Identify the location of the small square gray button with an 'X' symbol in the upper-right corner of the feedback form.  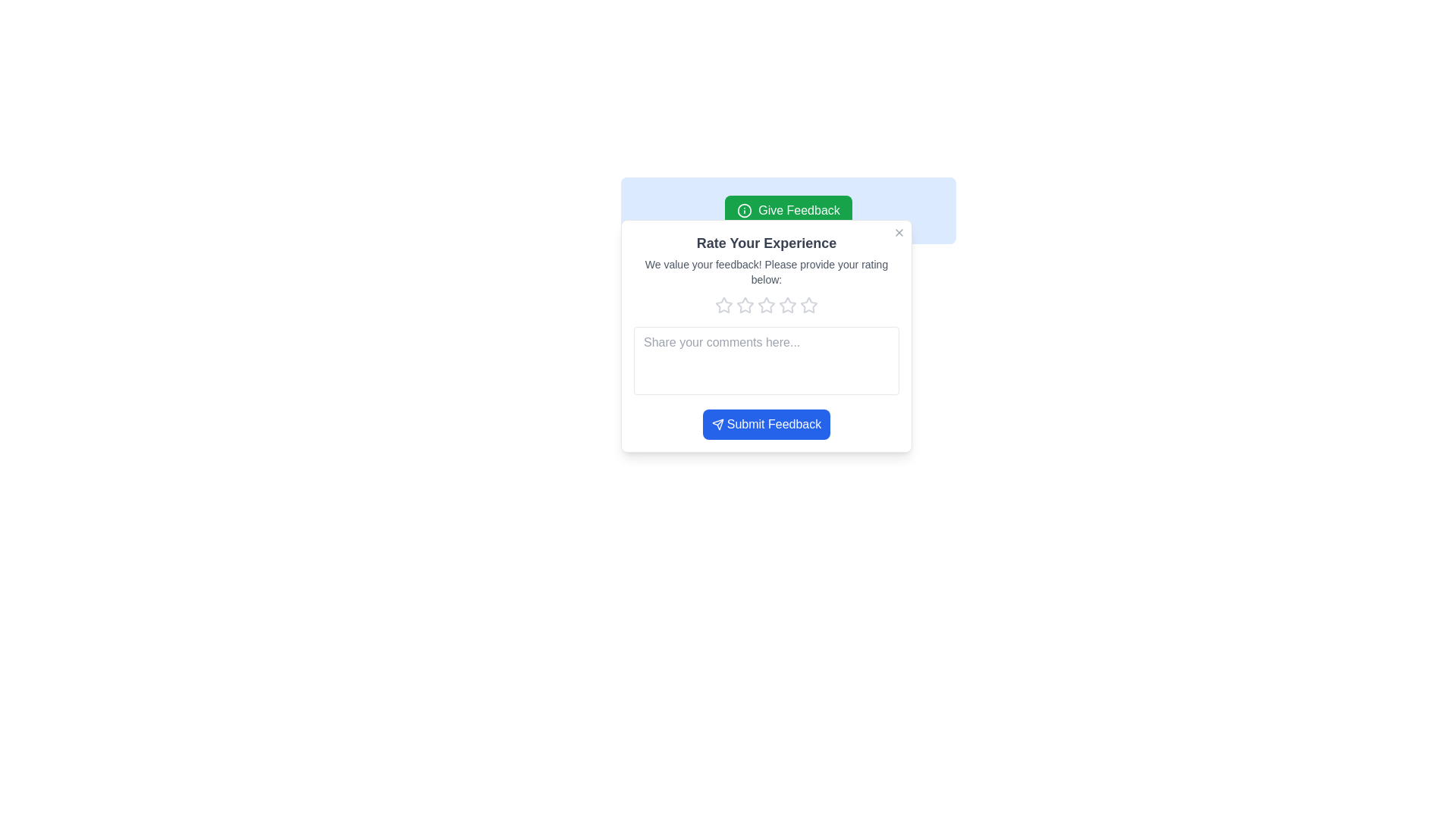
(899, 233).